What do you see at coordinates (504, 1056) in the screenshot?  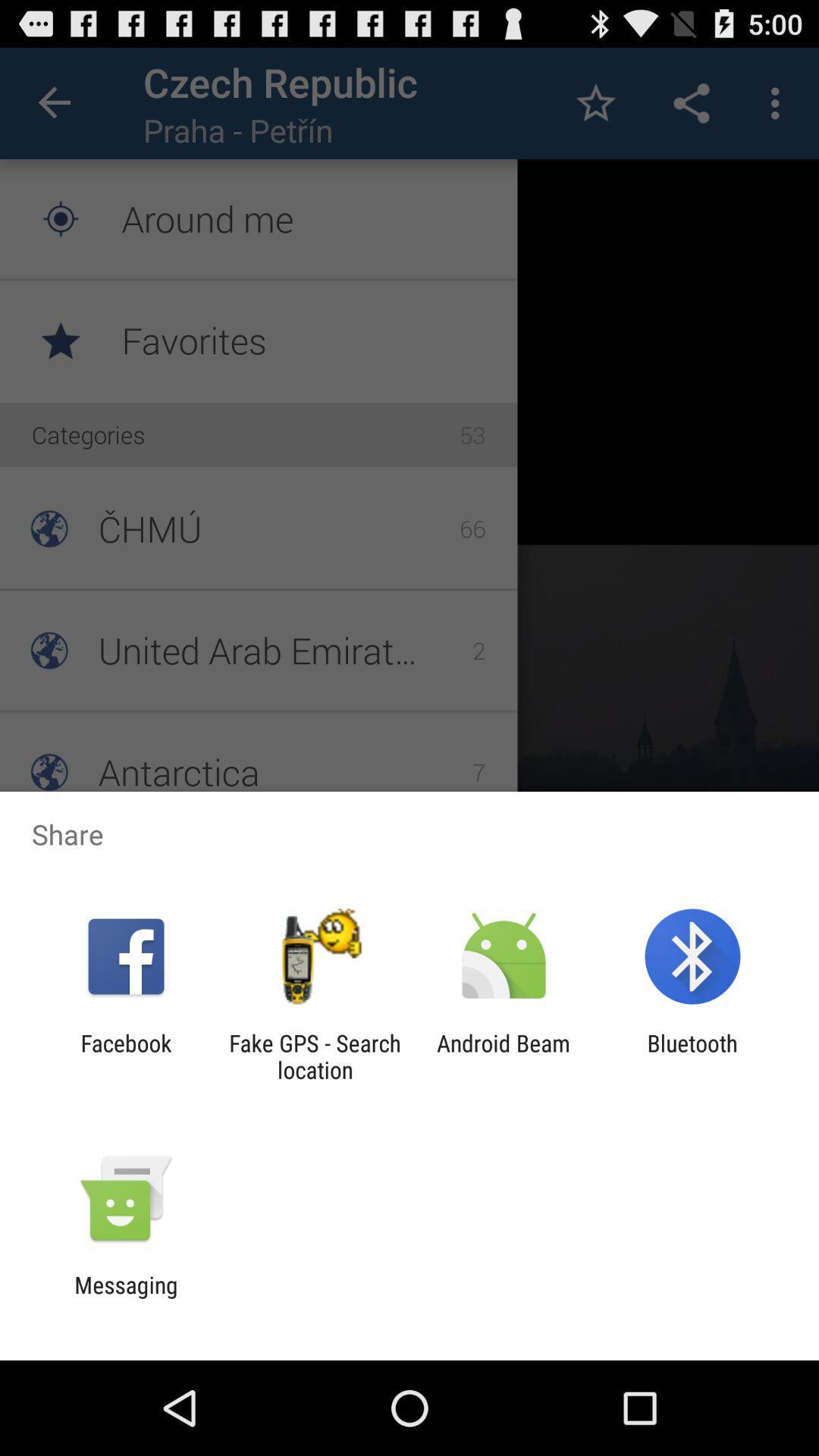 I see `the app to the right of the fake gps search item` at bounding box center [504, 1056].